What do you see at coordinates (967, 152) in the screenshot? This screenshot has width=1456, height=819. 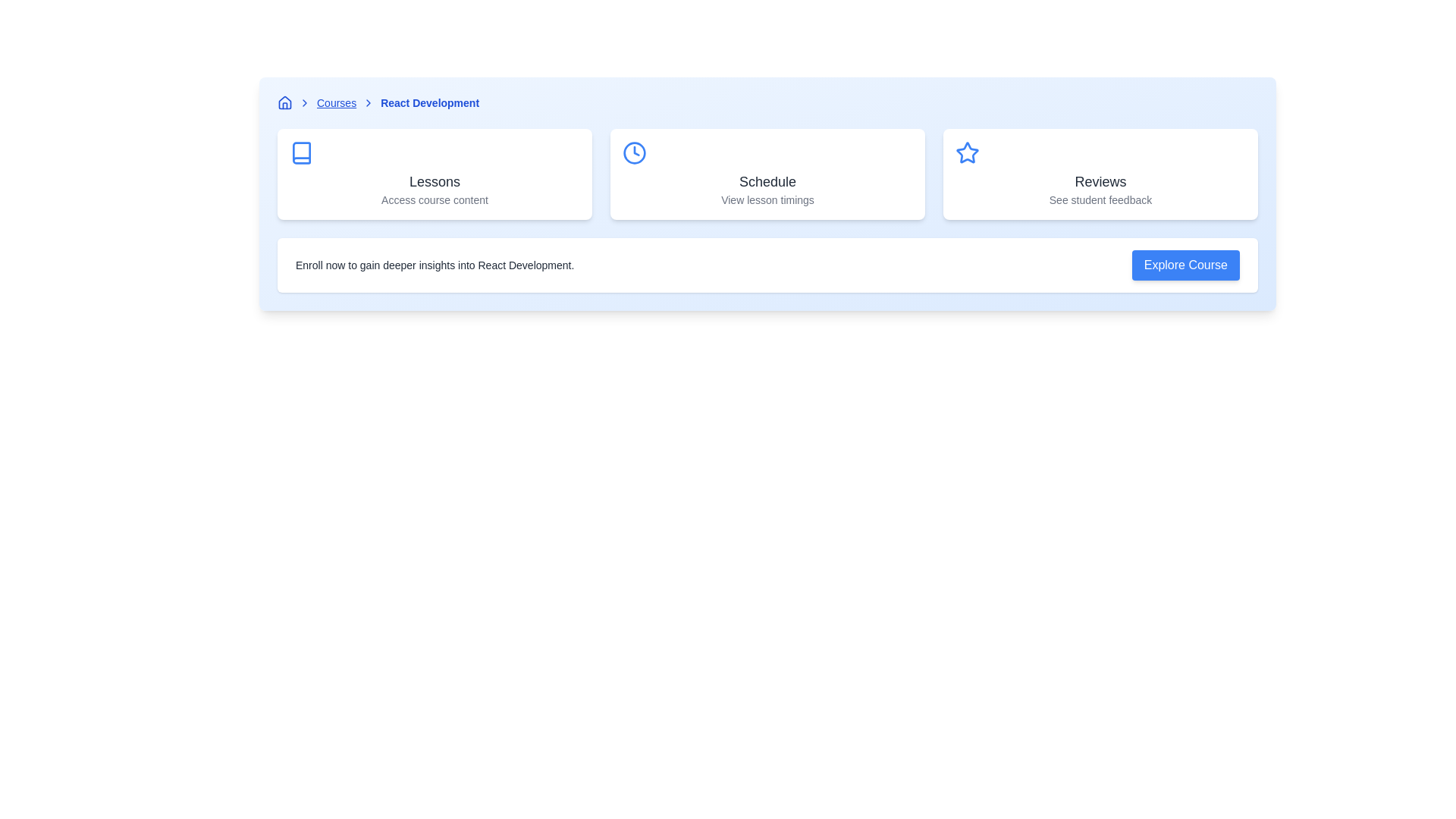 I see `the rating or review indicator icon located in the top-left section of the 'Reviews' card, positioned above the 'Reviews' text and next to the 'See student feedback' subtitle` at bounding box center [967, 152].